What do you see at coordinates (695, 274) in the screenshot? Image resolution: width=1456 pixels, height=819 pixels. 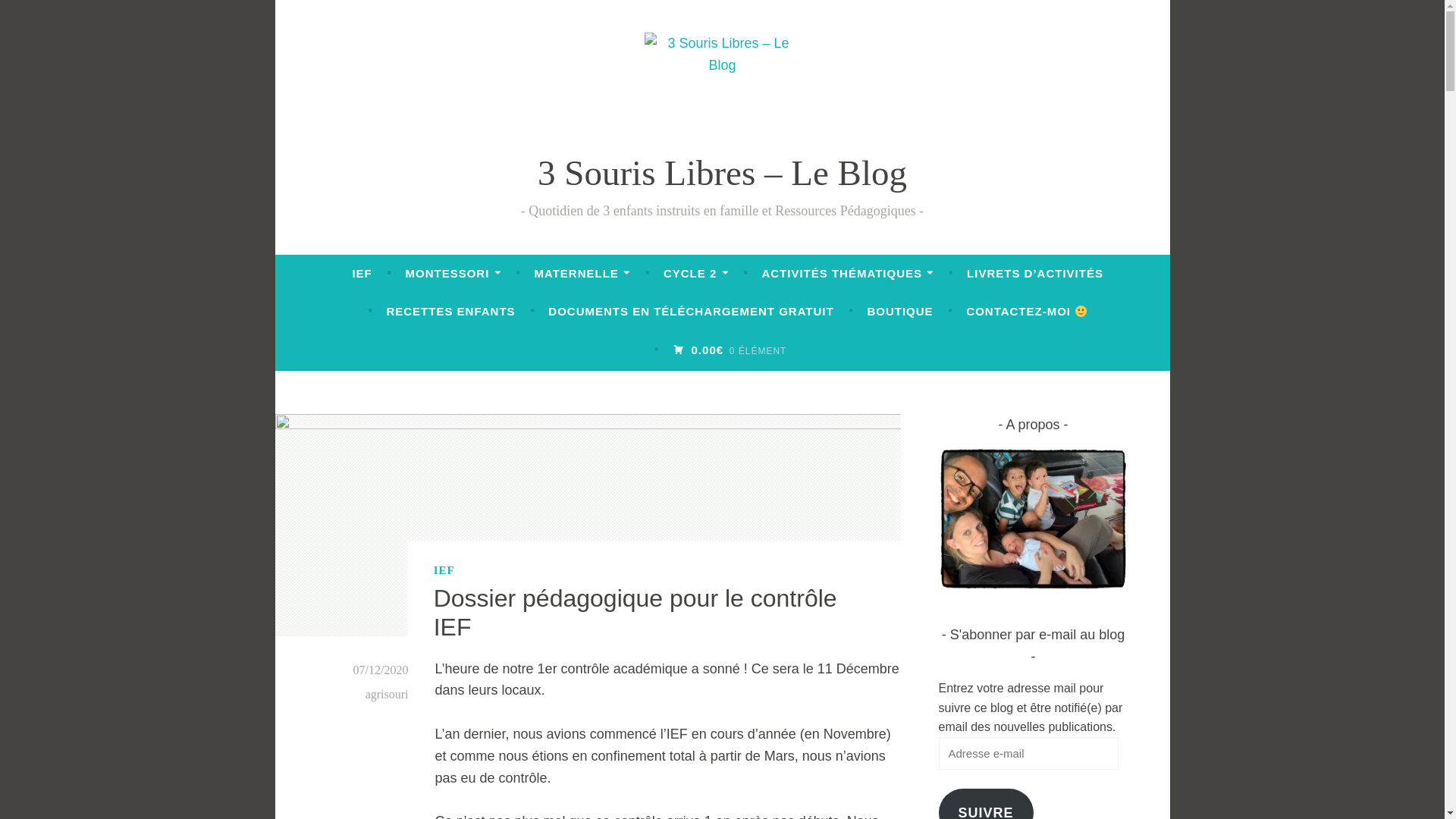 I see `'CYCLE 2'` at bounding box center [695, 274].